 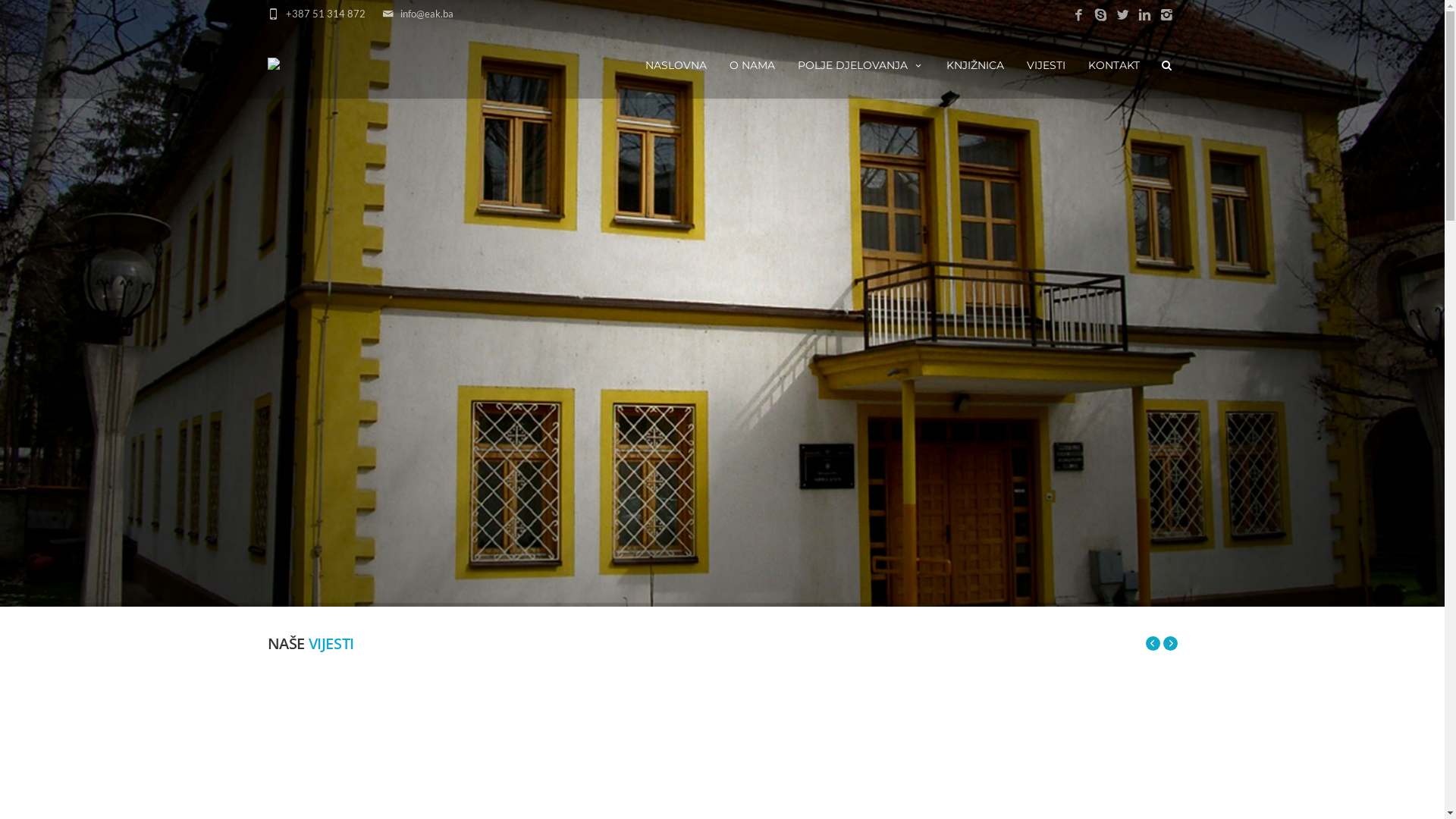 What do you see at coordinates (1113, 791) in the screenshot?
I see `'LinkedIn'` at bounding box center [1113, 791].